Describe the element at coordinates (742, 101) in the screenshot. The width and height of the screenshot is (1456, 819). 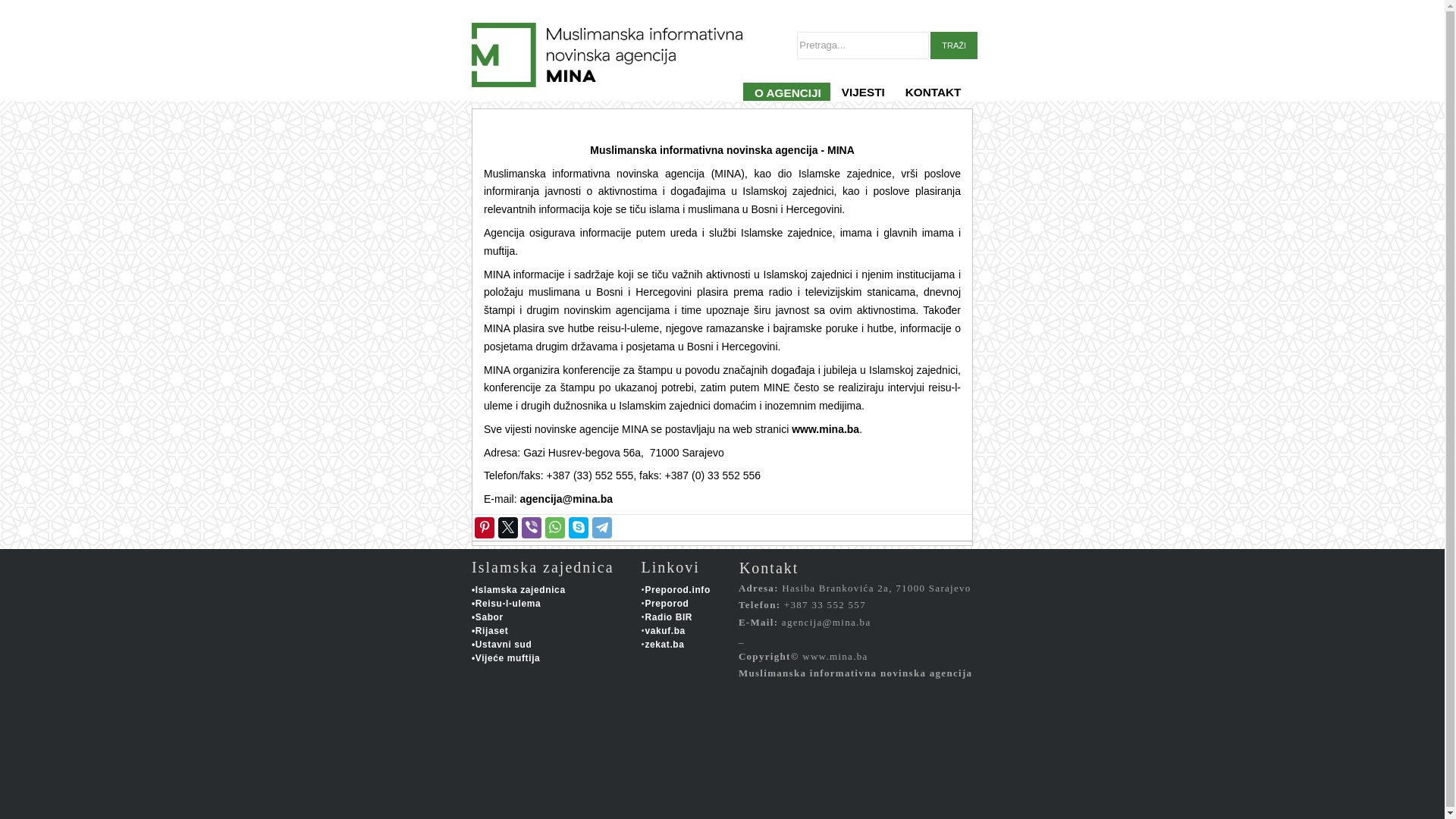
I see `'O AGENCIJI'` at that location.